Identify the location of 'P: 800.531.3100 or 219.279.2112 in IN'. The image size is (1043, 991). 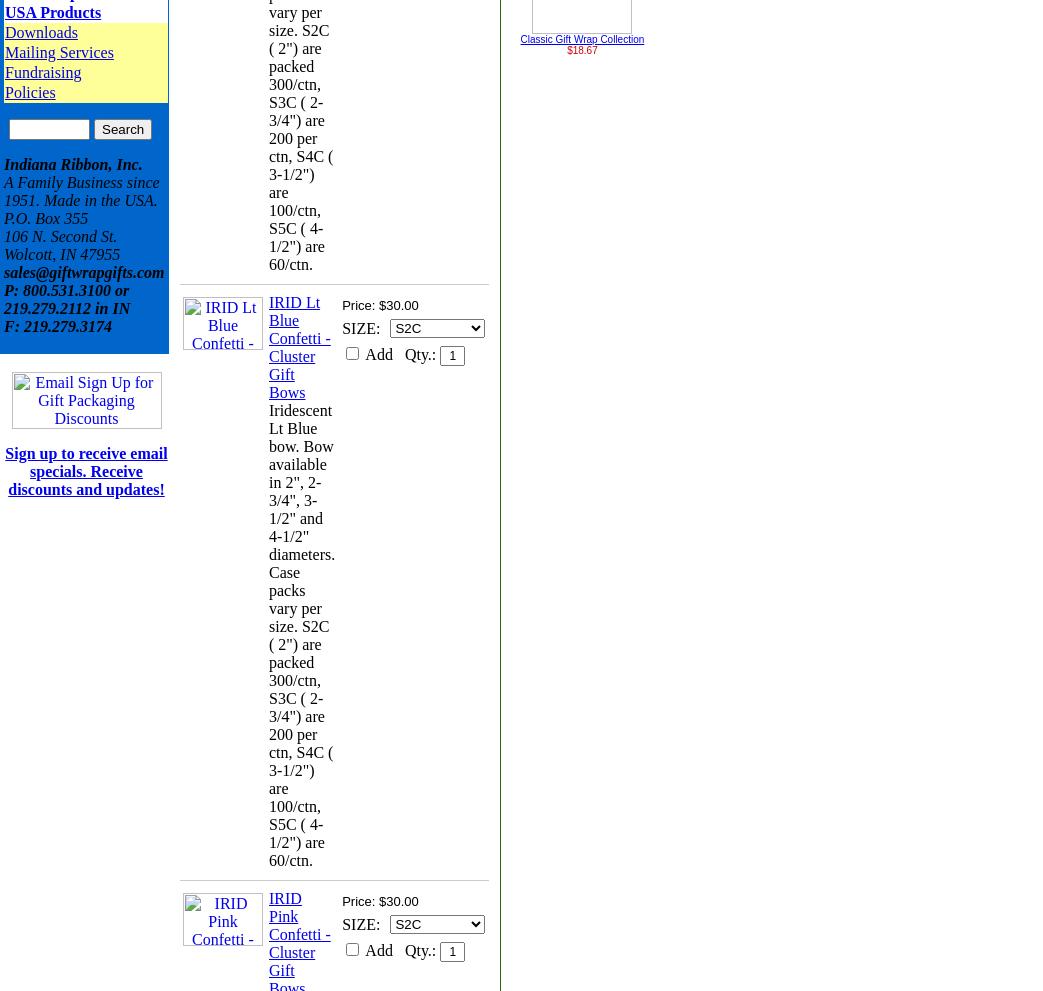
(65, 298).